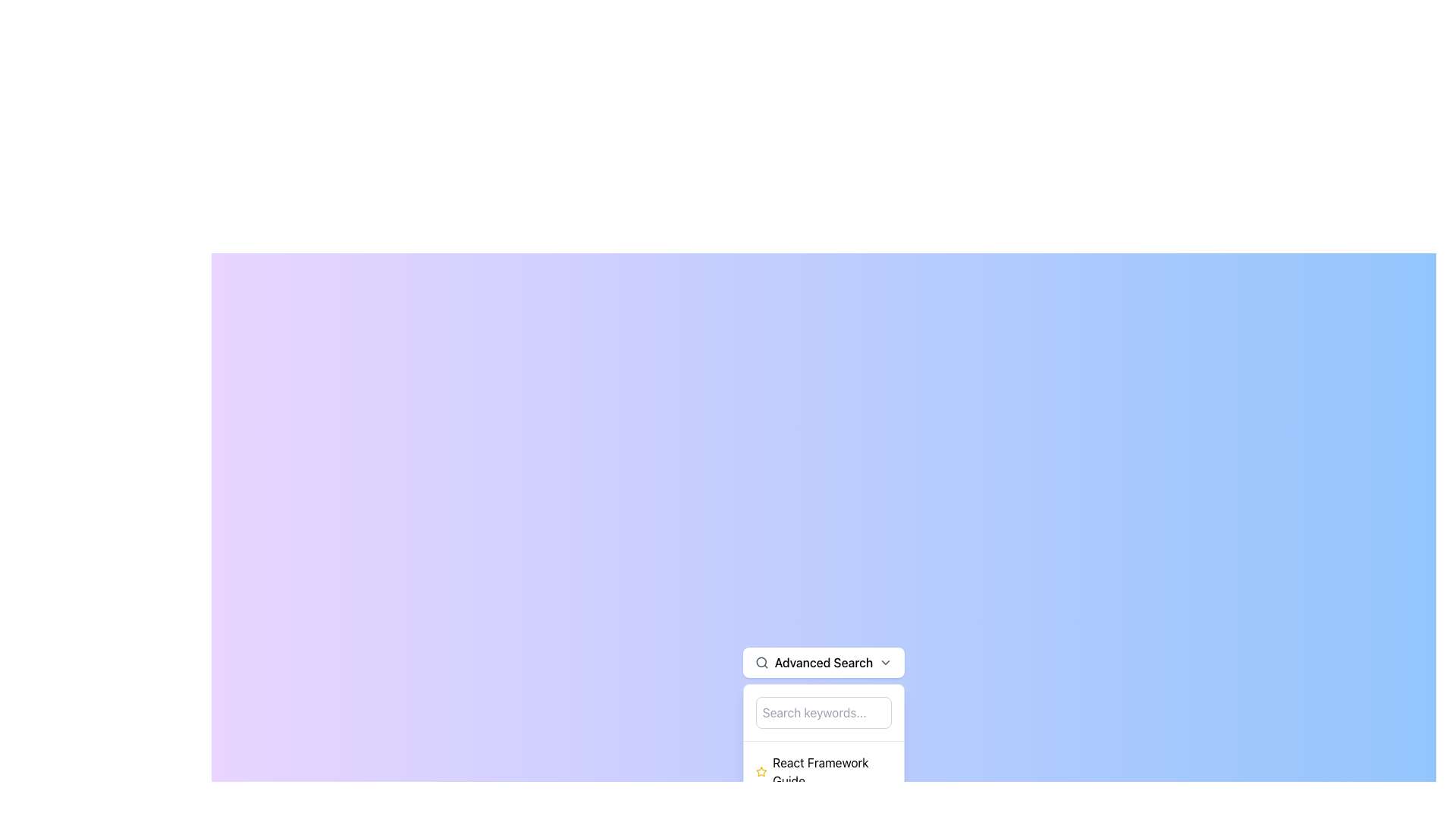 This screenshot has width=1456, height=819. What do you see at coordinates (823, 772) in the screenshot?
I see `the text label 'React Framework Guide' which is accompanied by a yellow star icon` at bounding box center [823, 772].